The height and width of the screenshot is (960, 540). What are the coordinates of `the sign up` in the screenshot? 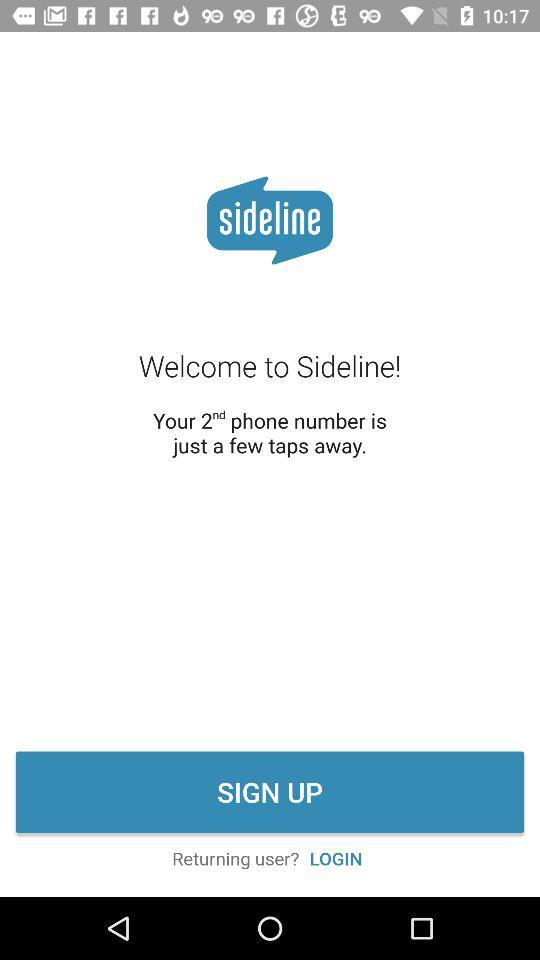 It's located at (270, 792).